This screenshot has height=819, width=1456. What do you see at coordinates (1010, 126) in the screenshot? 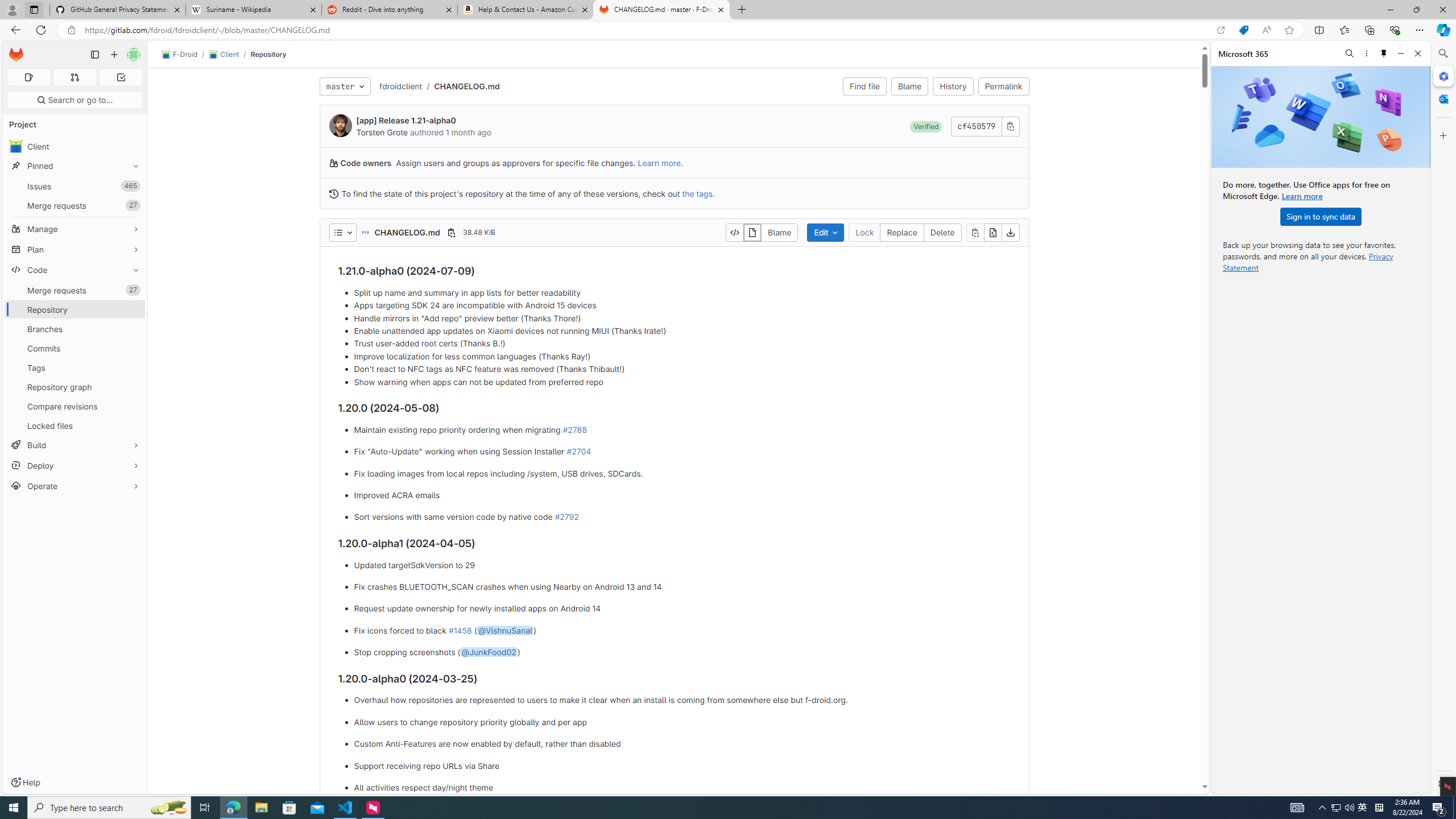
I see `'Copy commit SHA'` at bounding box center [1010, 126].